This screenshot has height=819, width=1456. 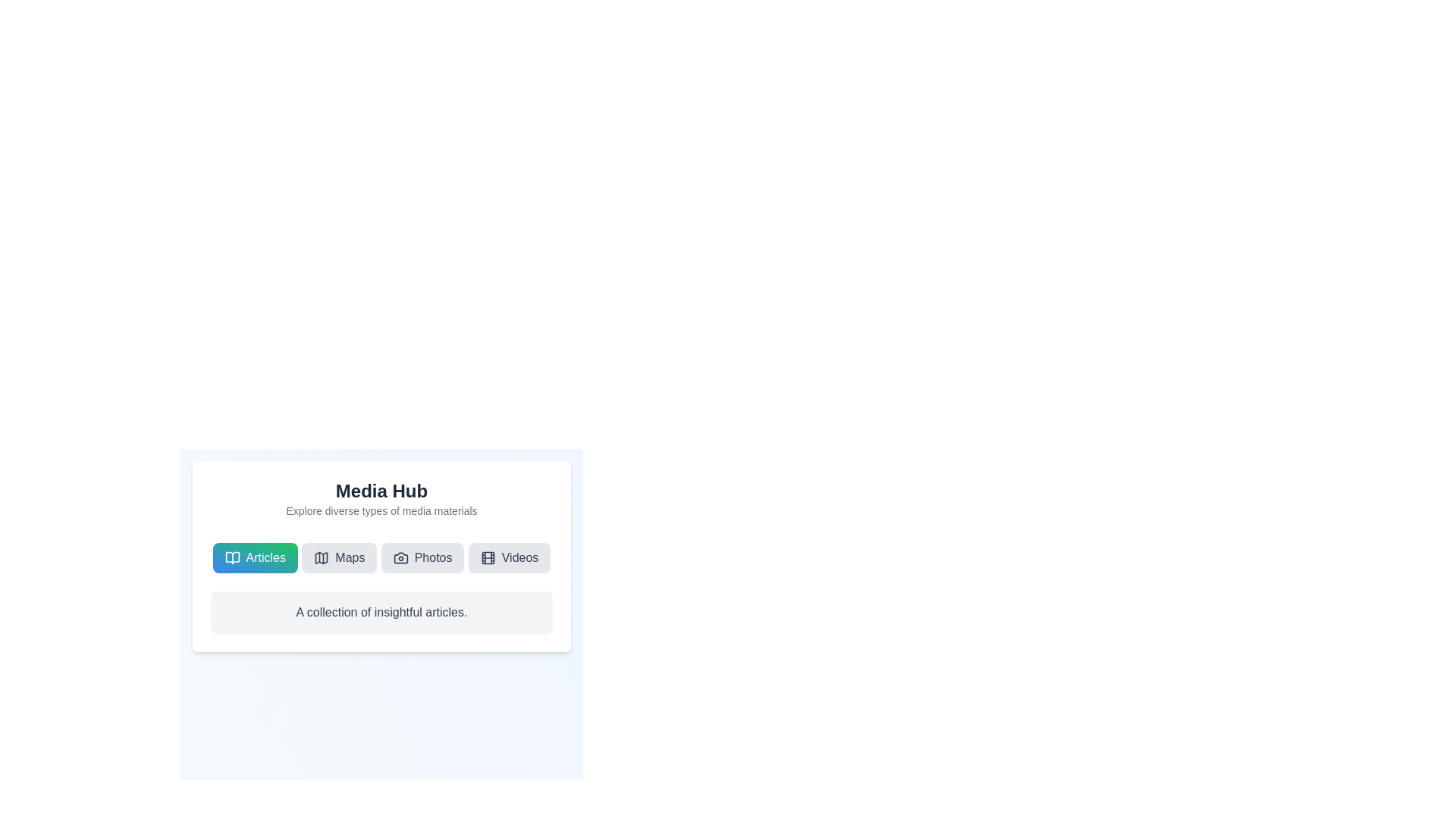 I want to click on the 'Maps' text label, which is located within a gray-toned button to the right of the 'Articles' button and left of the 'Photos' button, so click(x=349, y=558).